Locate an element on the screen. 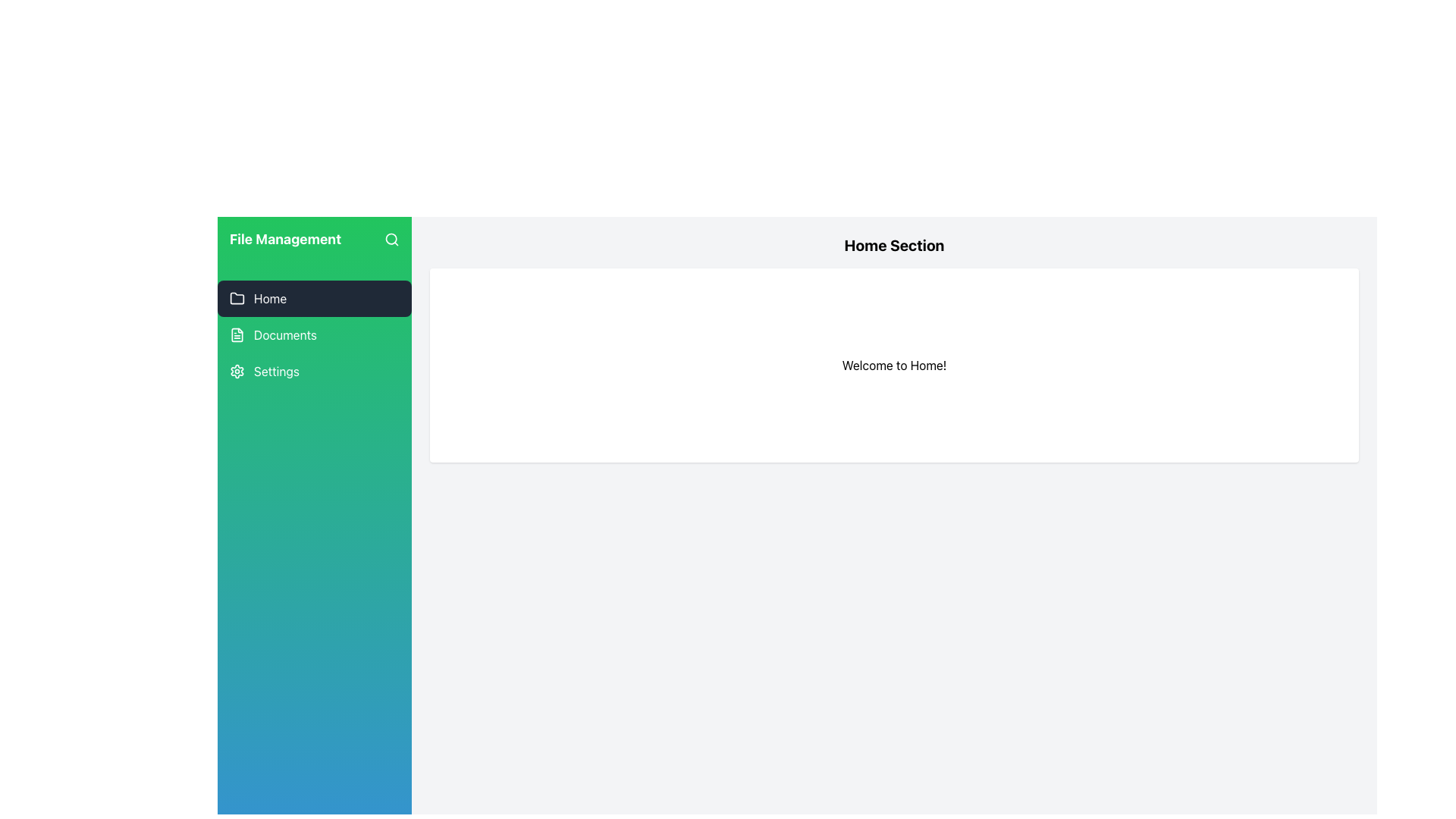 Image resolution: width=1456 pixels, height=819 pixels. the 'Documents' menu item icon, which is a white document icon on a green gradient background, located in the vertical navigation menu on the left is located at coordinates (236, 334).